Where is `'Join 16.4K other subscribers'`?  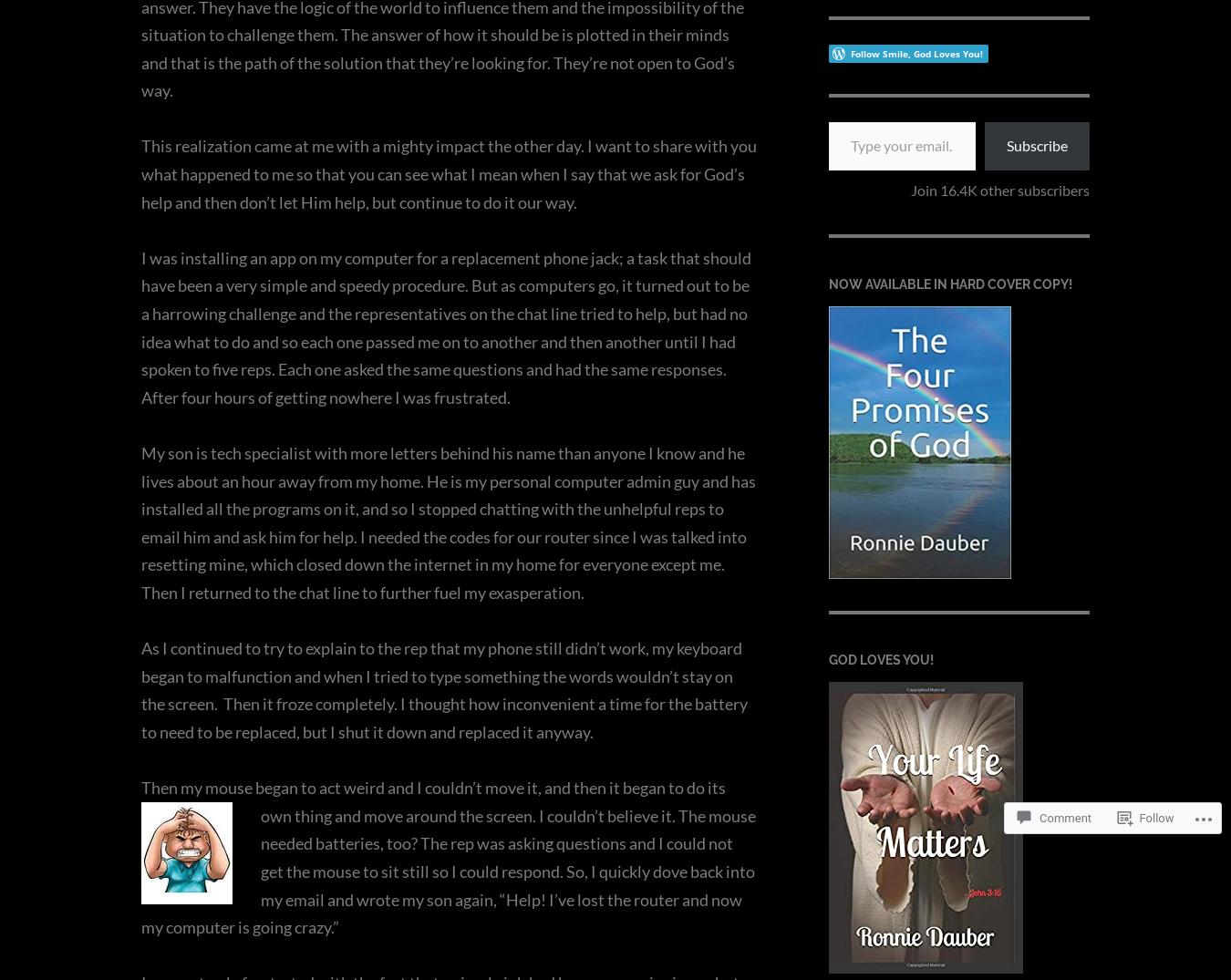
'Join 16.4K other subscribers' is located at coordinates (1000, 189).